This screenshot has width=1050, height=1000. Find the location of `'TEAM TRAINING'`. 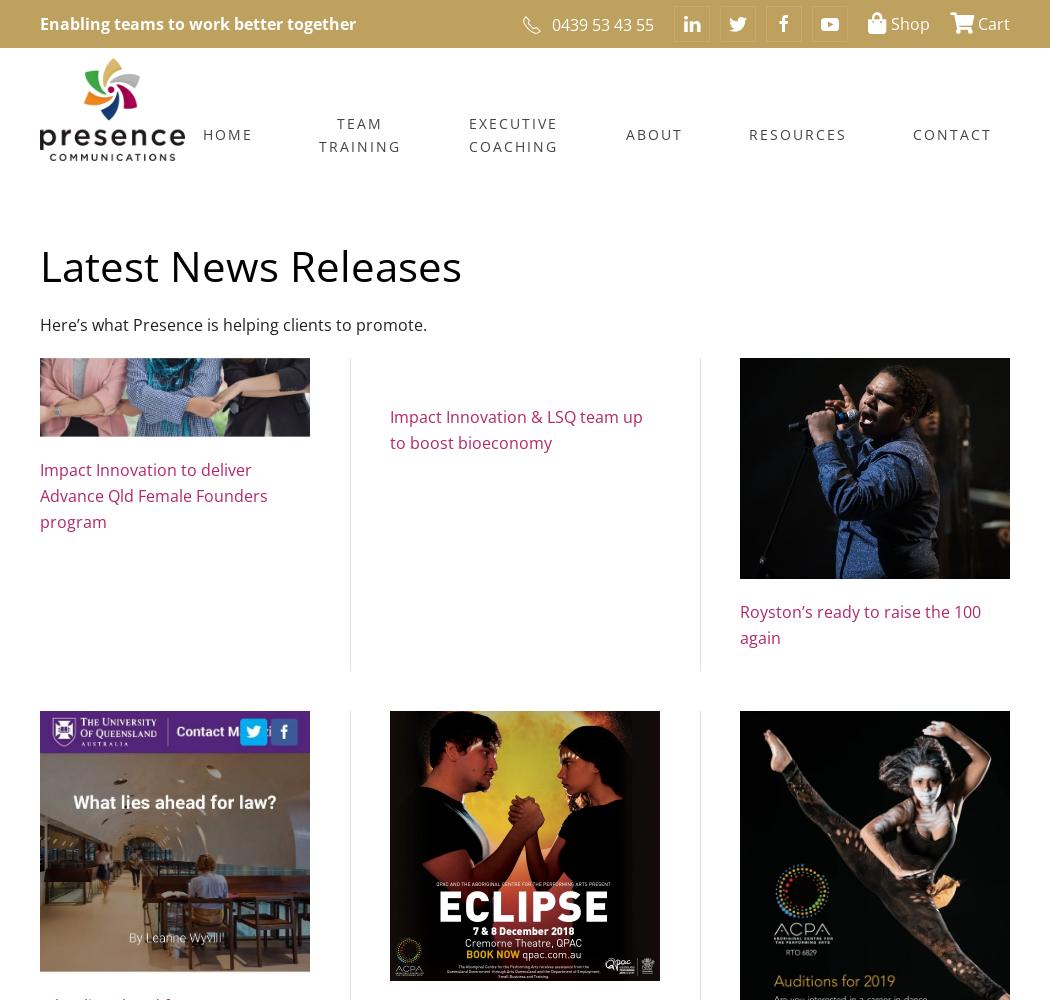

'TEAM TRAINING' is located at coordinates (357, 134).